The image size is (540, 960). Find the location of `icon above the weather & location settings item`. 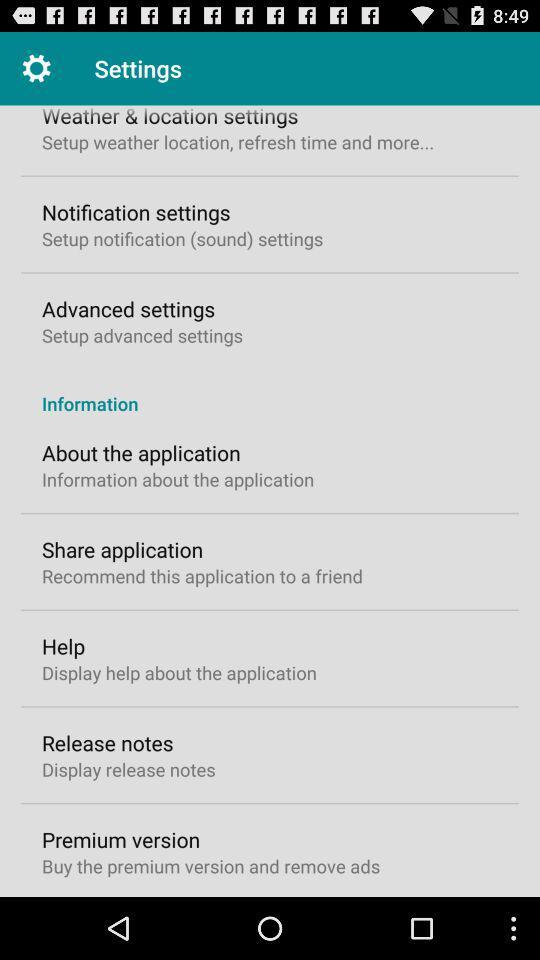

icon above the weather & location settings item is located at coordinates (36, 68).